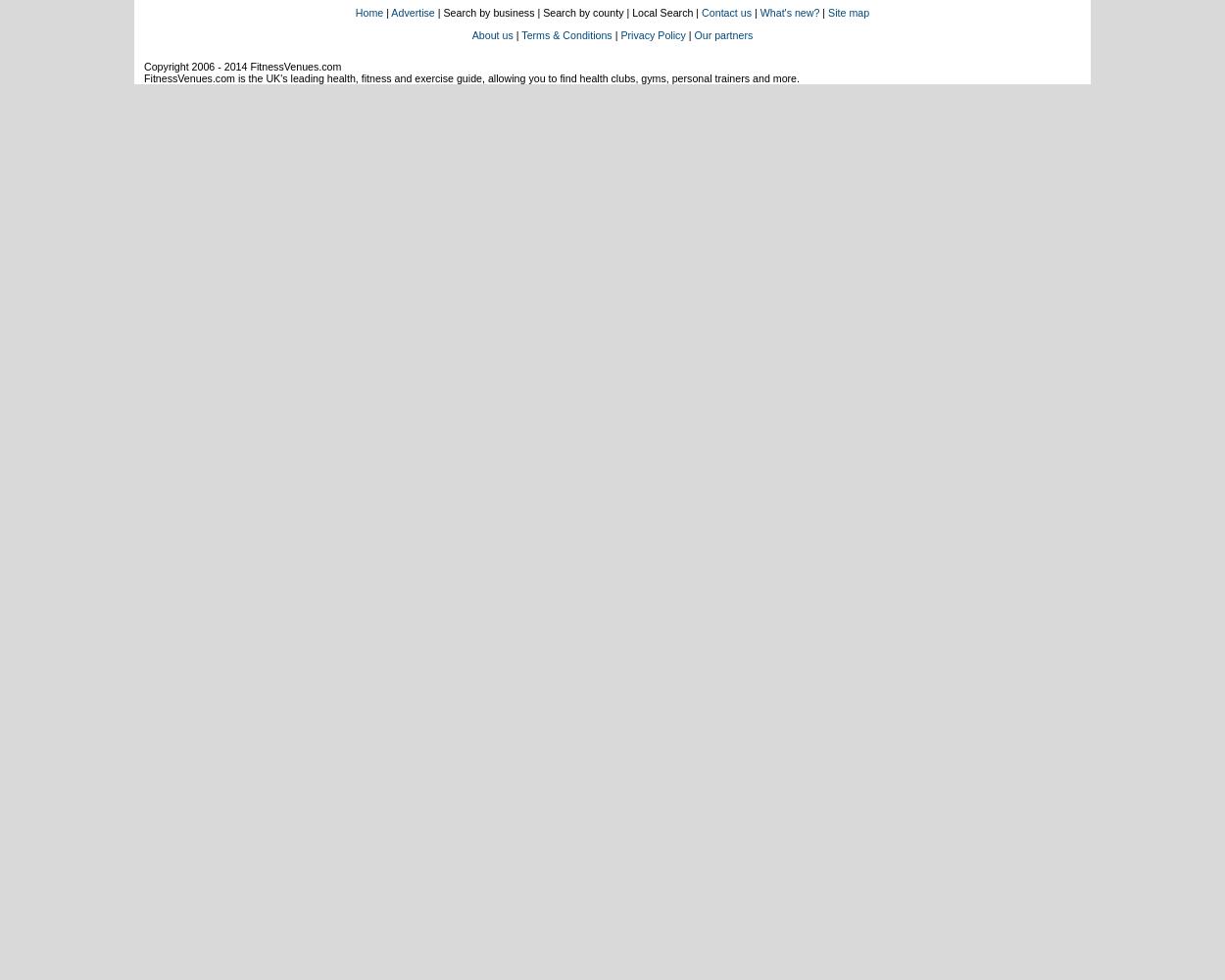 The image size is (1225, 980). What do you see at coordinates (492, 35) in the screenshot?
I see `'About us'` at bounding box center [492, 35].